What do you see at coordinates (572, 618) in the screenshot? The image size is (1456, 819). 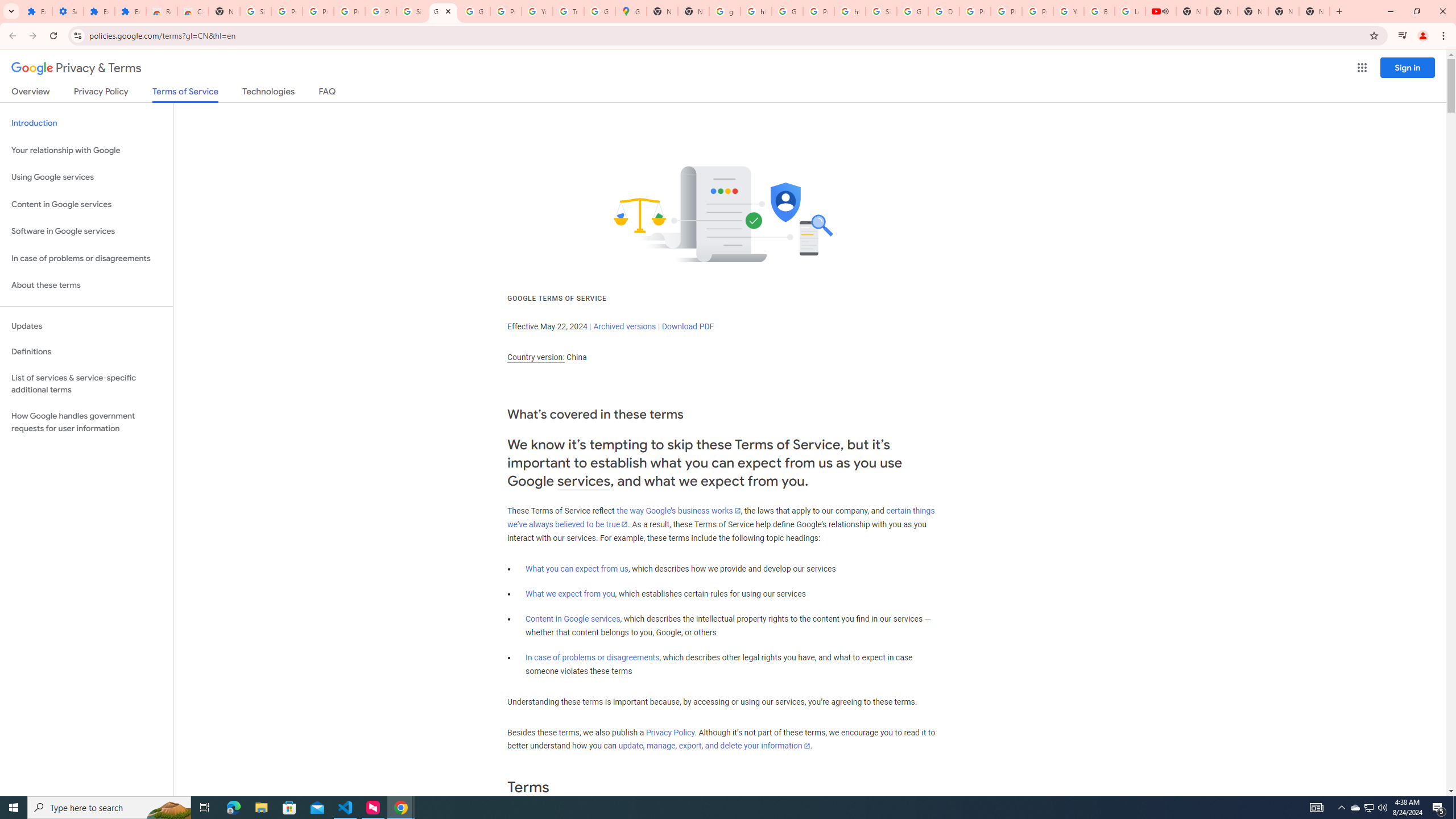 I see `'Content in Google services'` at bounding box center [572, 618].